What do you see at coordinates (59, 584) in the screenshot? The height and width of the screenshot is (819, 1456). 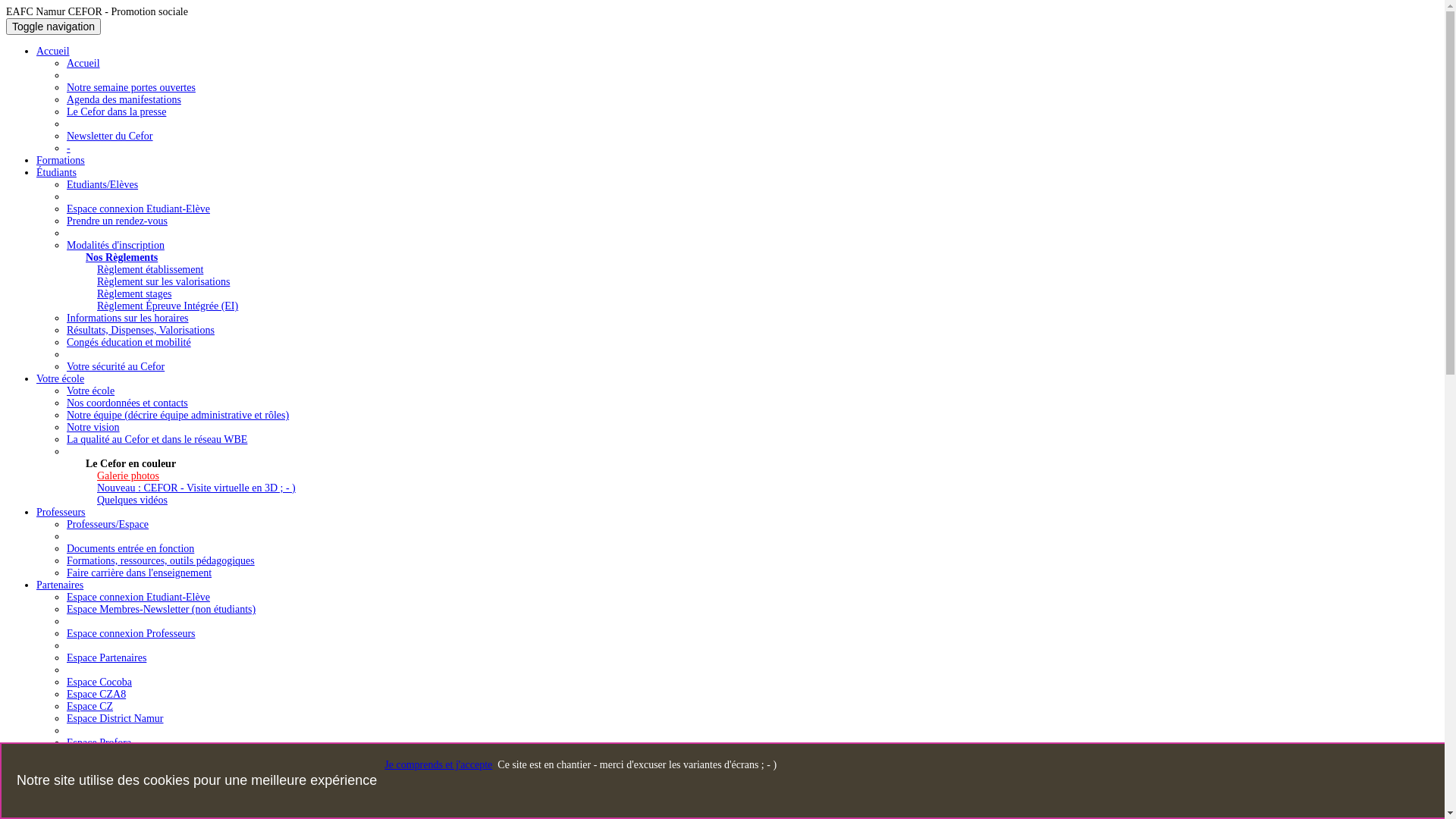 I see `'Partenaires'` at bounding box center [59, 584].